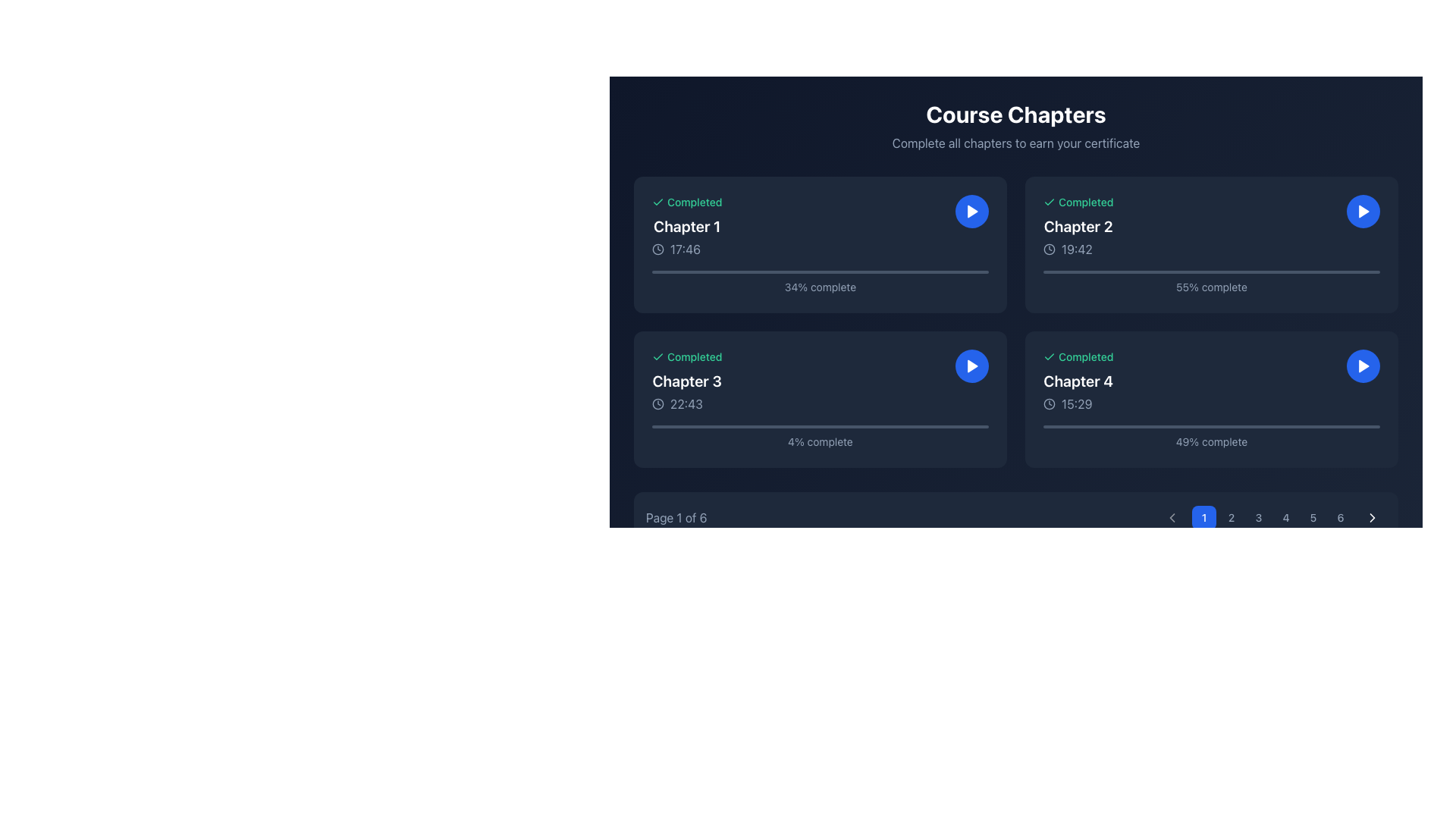  I want to click on the Text with icon component that indicates the duration of 'Chapter 1', located beneath the 'Chapter 1' title and to the right of the clock icon, so click(686, 248).